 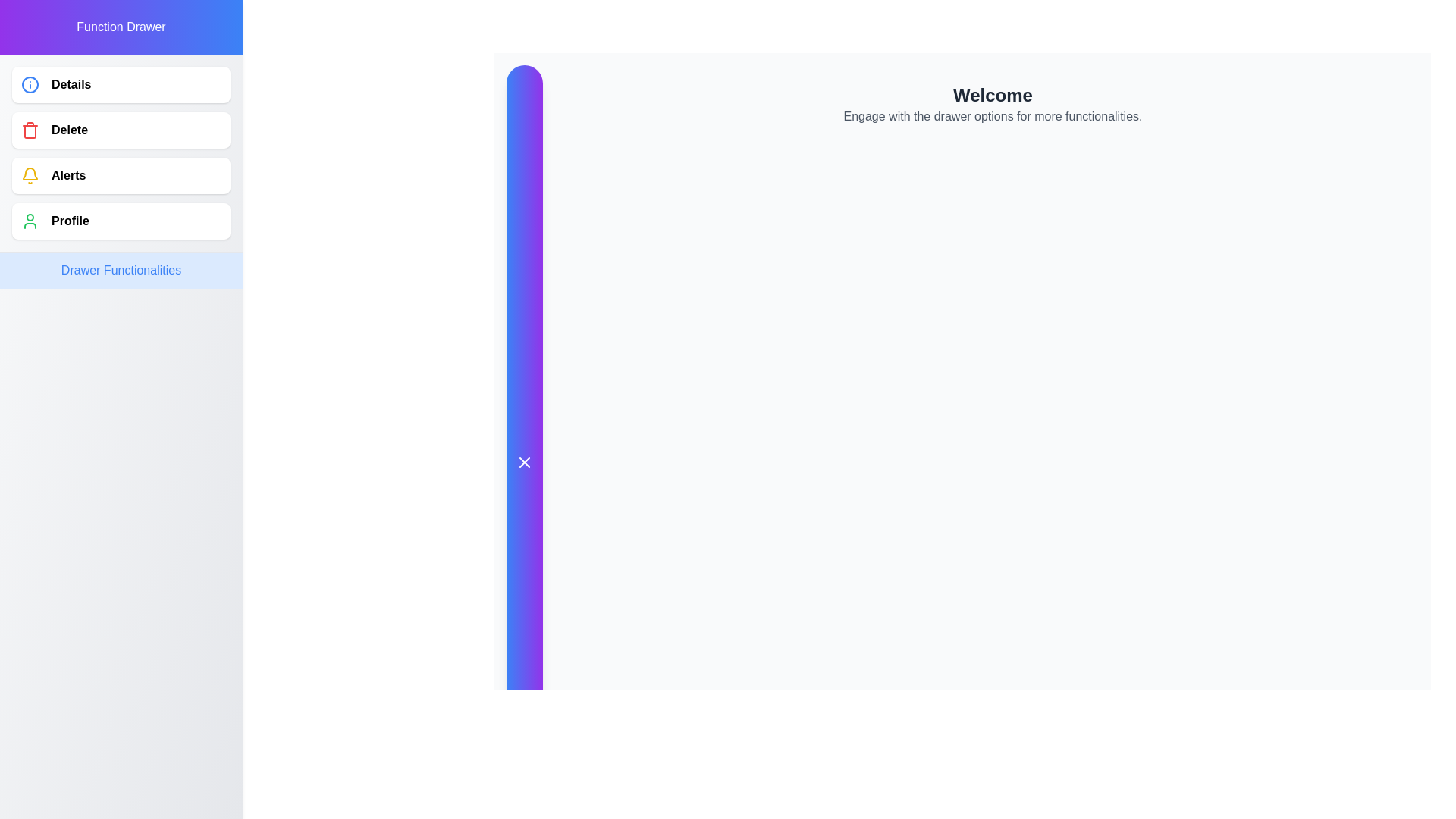 What do you see at coordinates (68, 129) in the screenshot?
I see `the 'Delete' text label in the sidebar menu to activate any hover effects` at bounding box center [68, 129].